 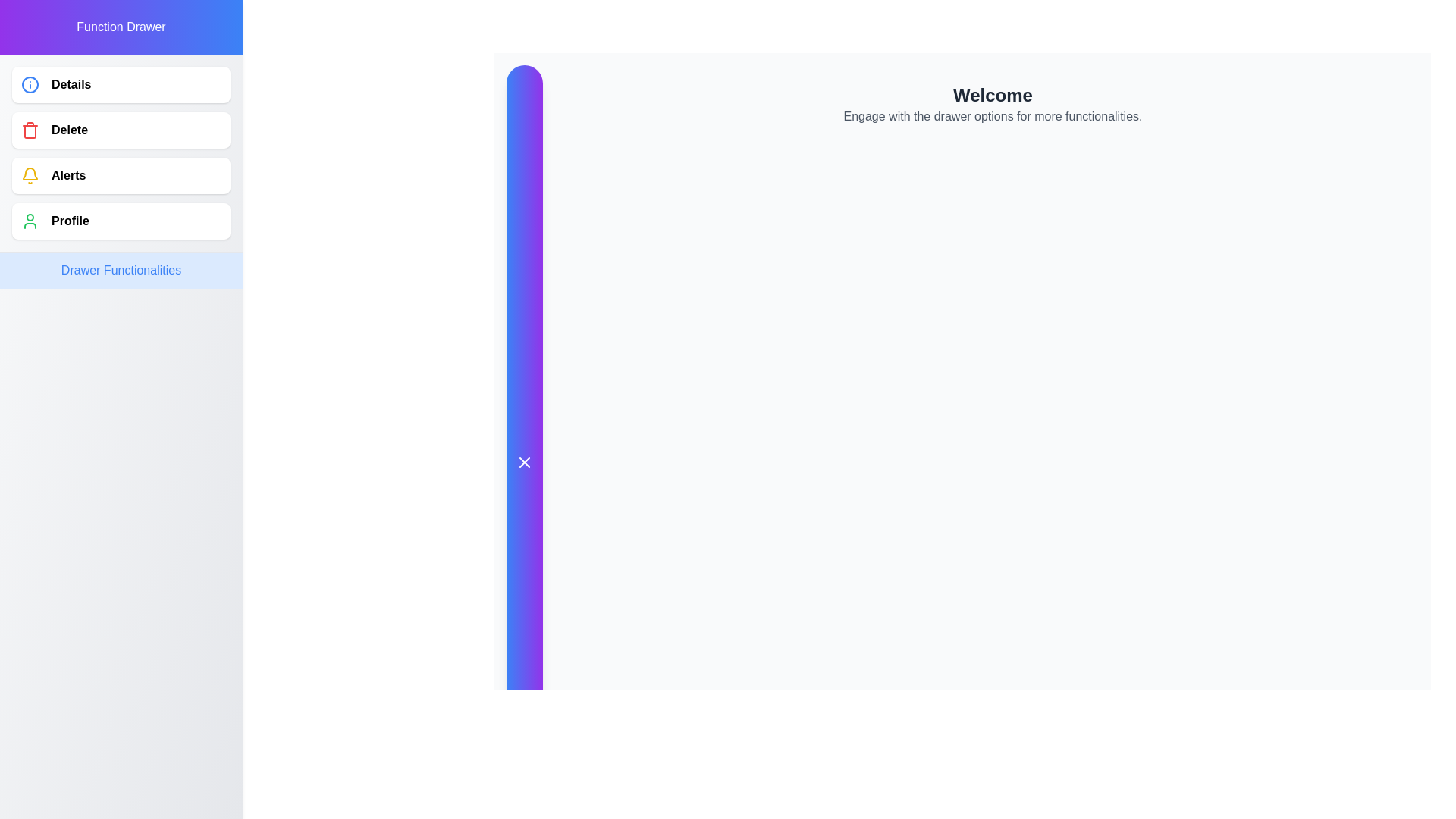 What do you see at coordinates (68, 129) in the screenshot?
I see `the 'Delete' text label in the sidebar menu to activate any hover effects` at bounding box center [68, 129].